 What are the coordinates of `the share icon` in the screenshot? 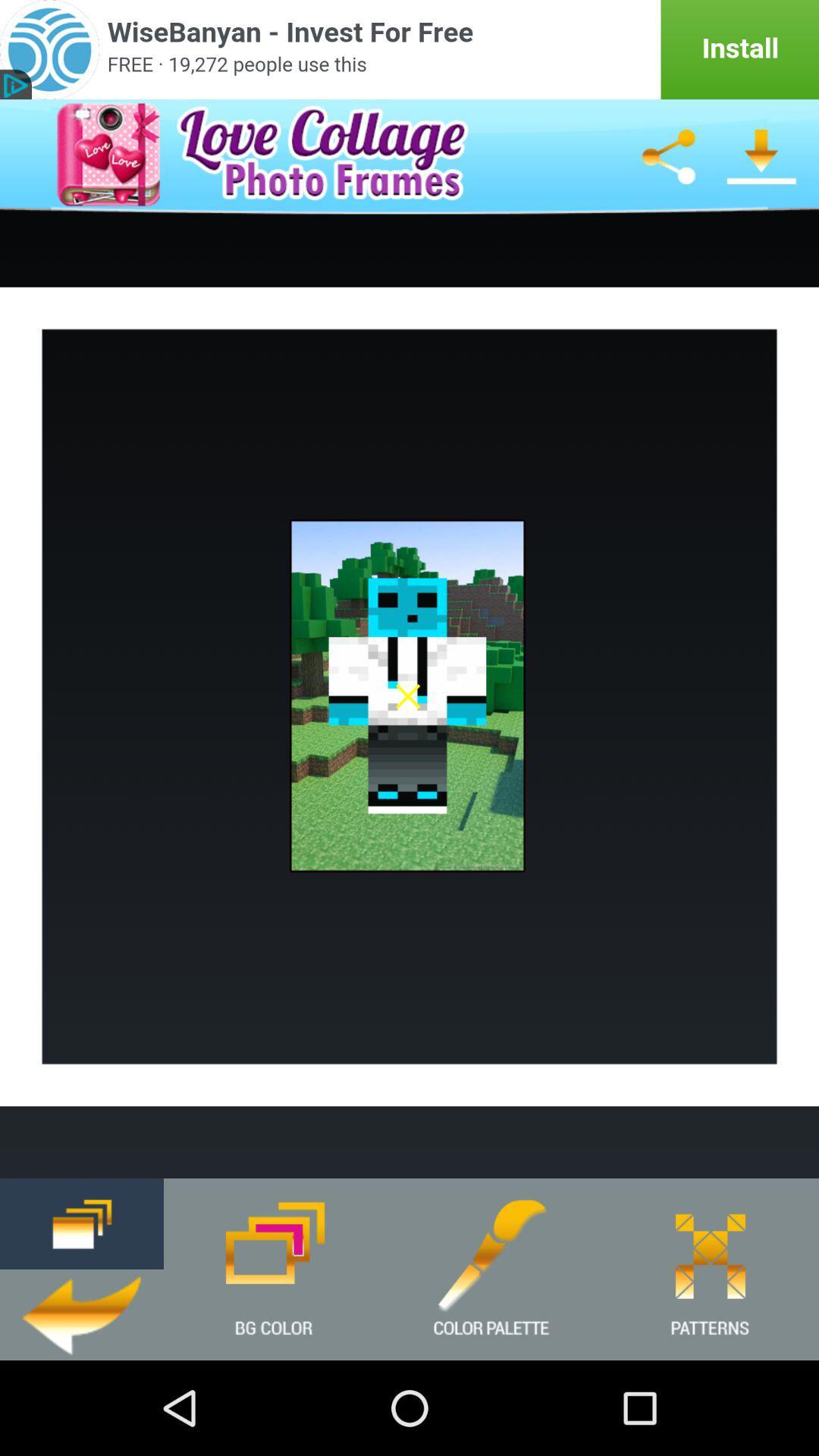 It's located at (667, 168).